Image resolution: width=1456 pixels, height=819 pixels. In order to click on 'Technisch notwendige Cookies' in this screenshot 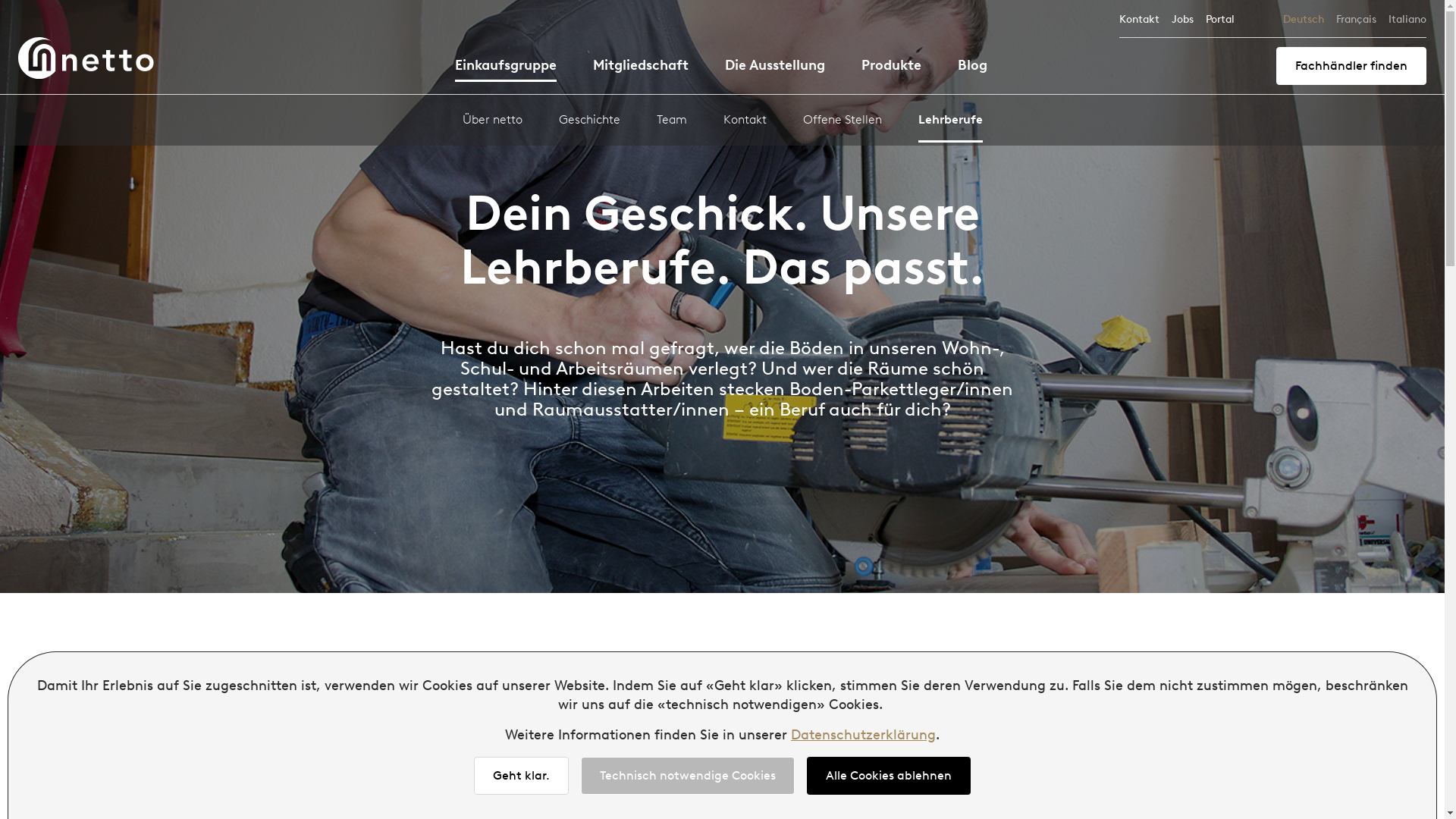, I will do `click(580, 775)`.